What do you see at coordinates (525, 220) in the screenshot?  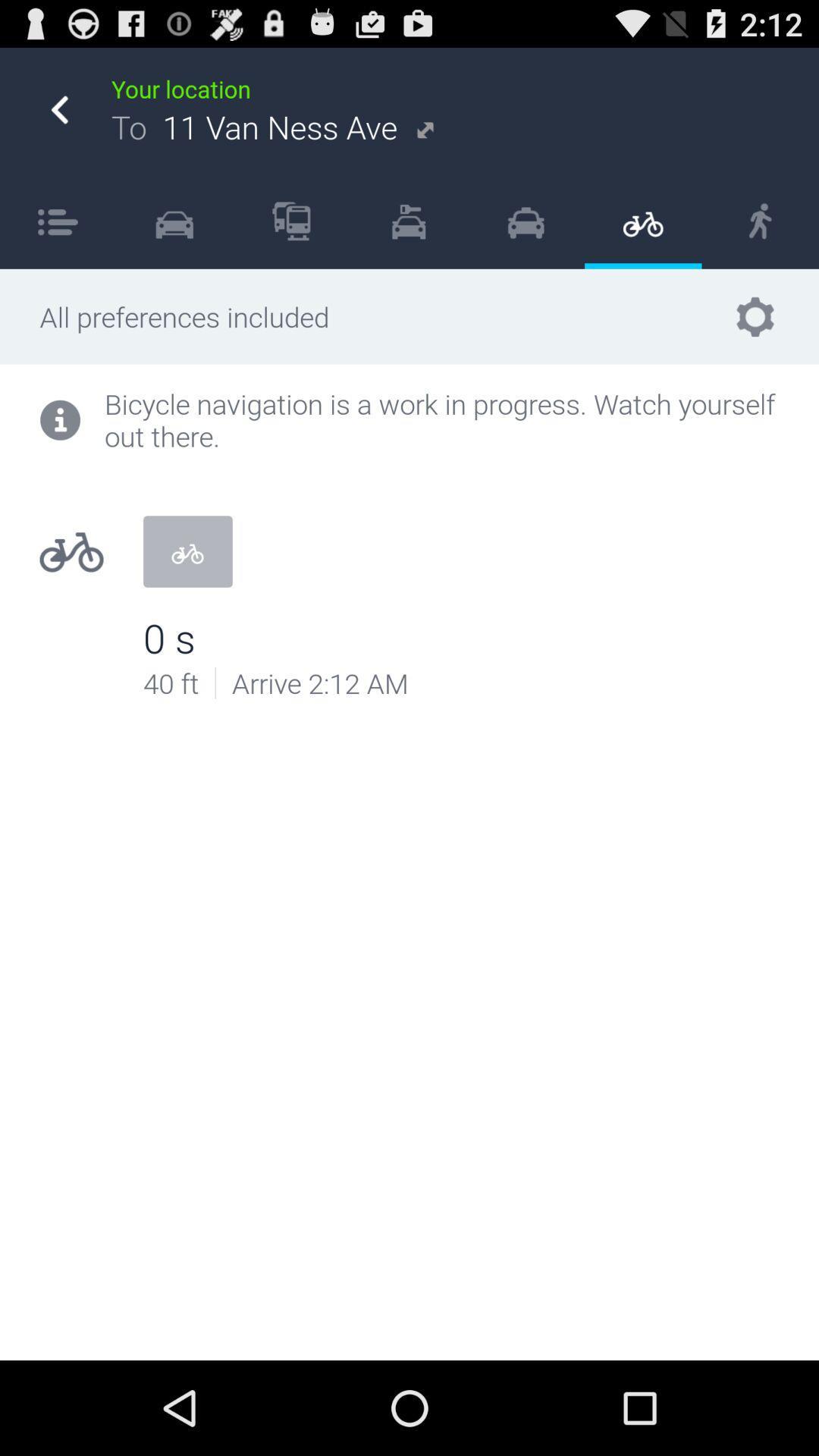 I see `the icon next to   item` at bounding box center [525, 220].